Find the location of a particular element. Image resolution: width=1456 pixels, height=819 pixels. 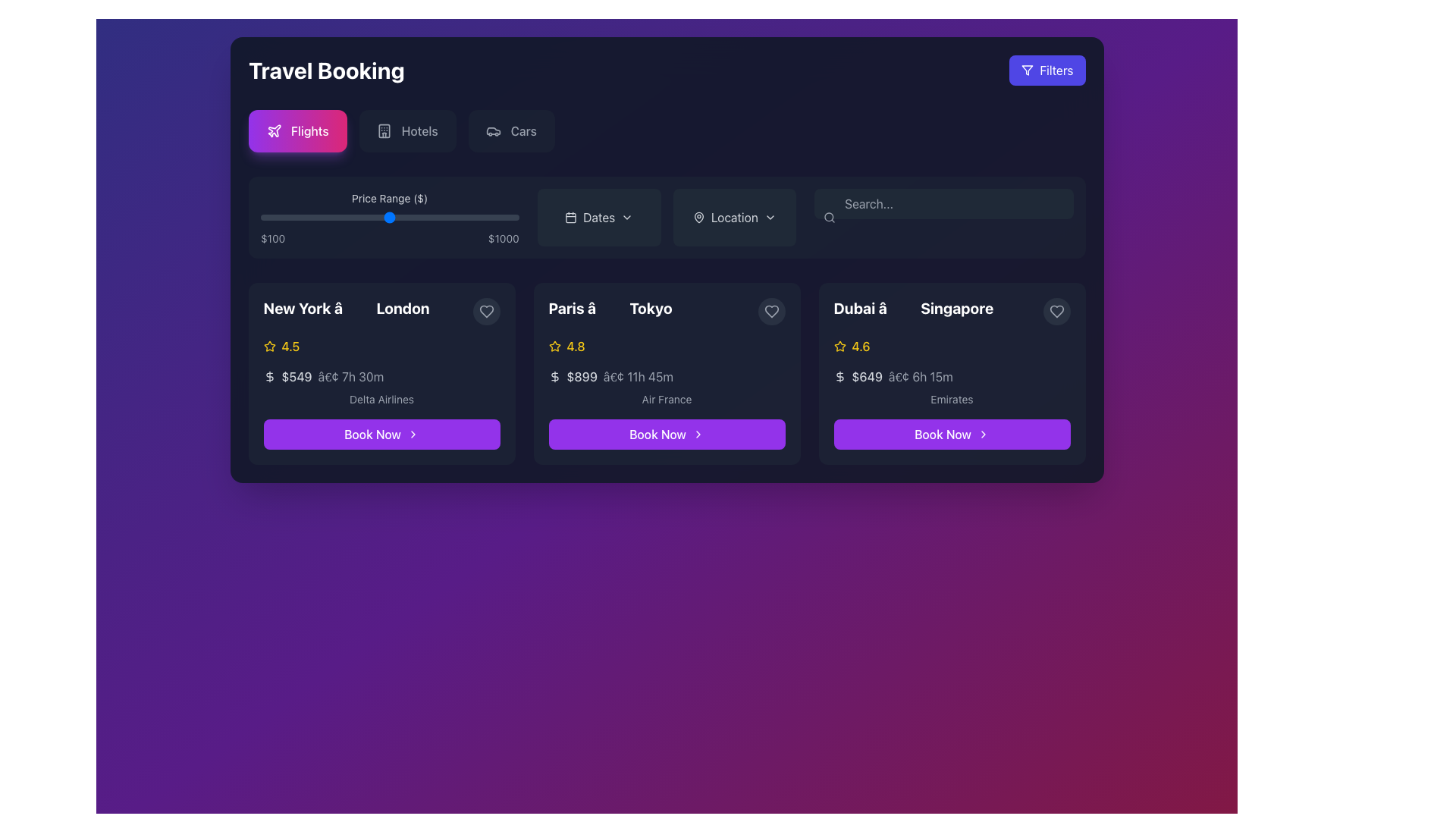

the 'Hotels' button, which is a rounded rectangular button with a dark background, located between the 'Flights' and 'Cars' buttons in the navigation bar at the top-center of the interface is located at coordinates (407, 130).